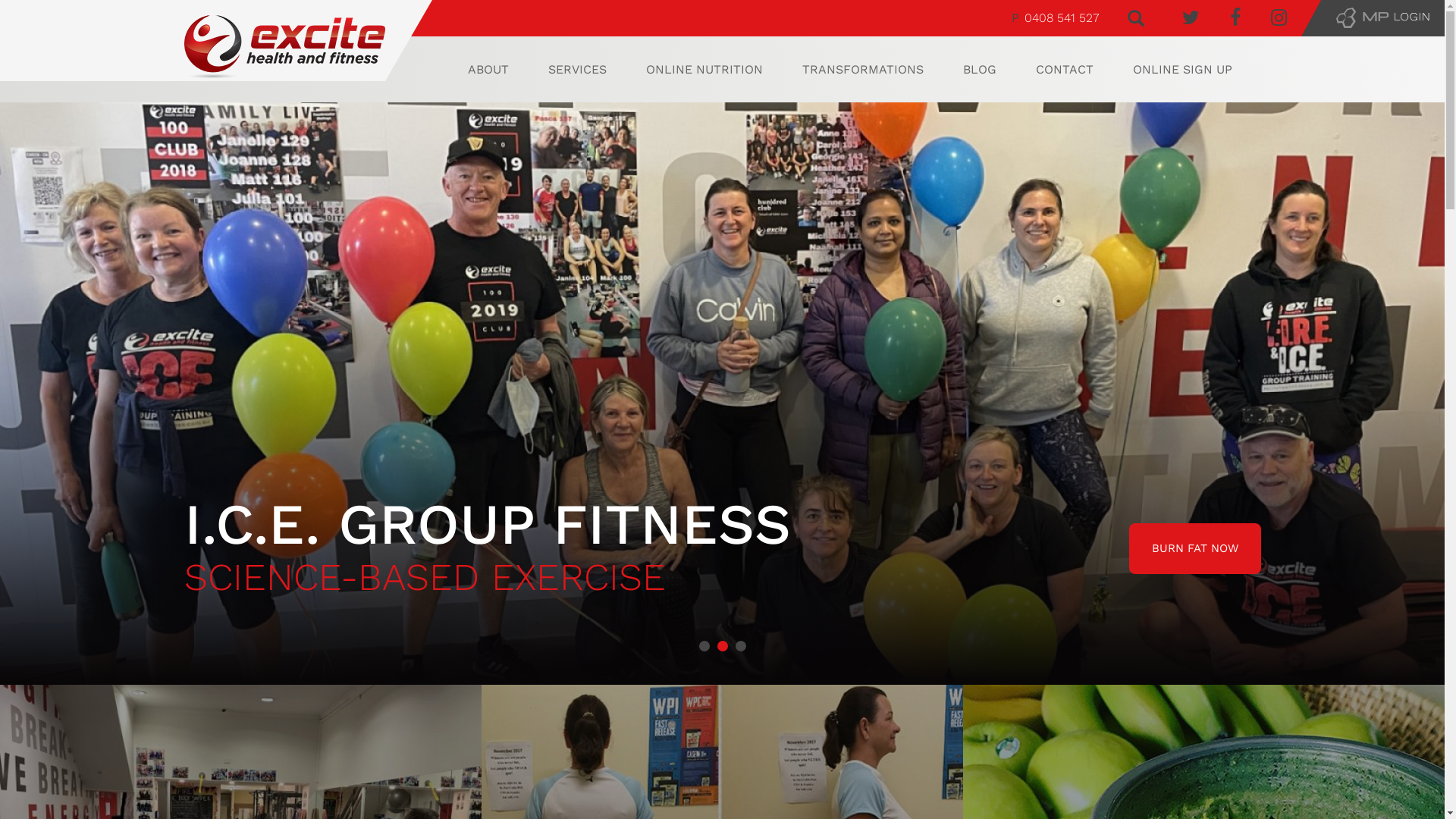 This screenshot has width=1456, height=819. What do you see at coordinates (735, 646) in the screenshot?
I see `'3'` at bounding box center [735, 646].